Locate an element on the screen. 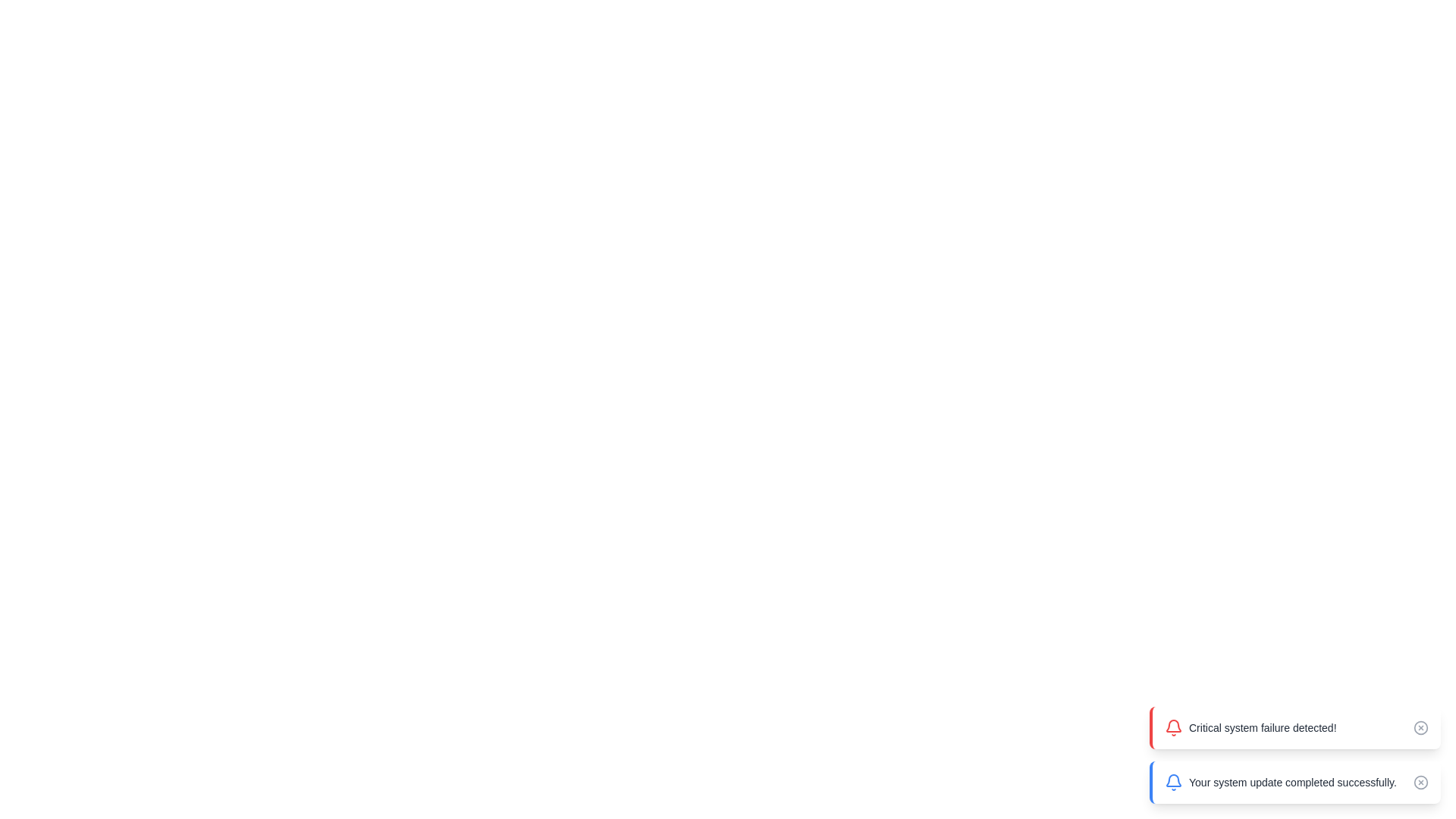 The height and width of the screenshot is (819, 1456). the message container to observe the hover animation effect is located at coordinates (1294, 727).